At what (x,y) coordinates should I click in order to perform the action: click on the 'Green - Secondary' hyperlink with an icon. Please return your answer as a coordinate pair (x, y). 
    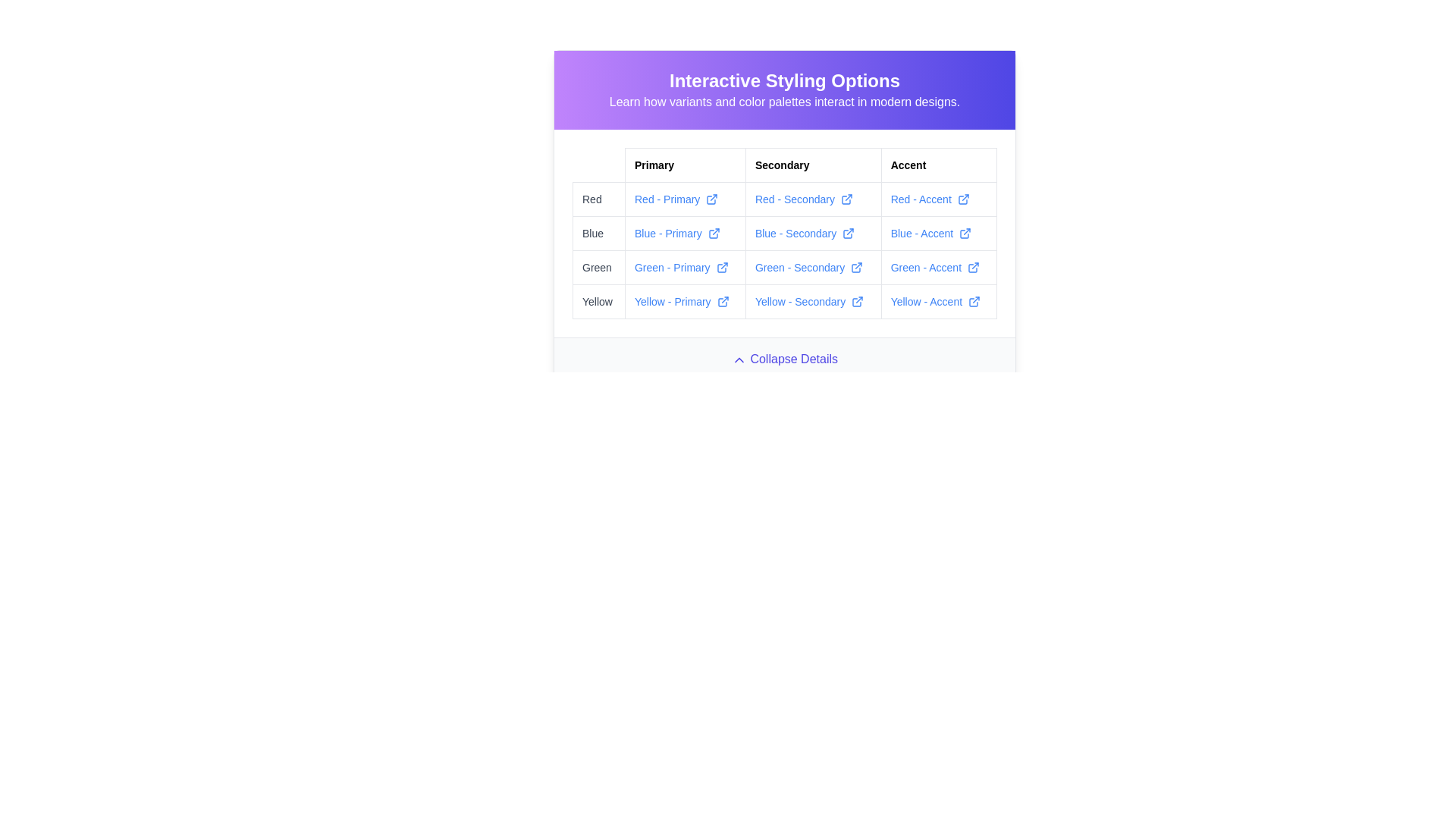
    Looking at the image, I should click on (812, 267).